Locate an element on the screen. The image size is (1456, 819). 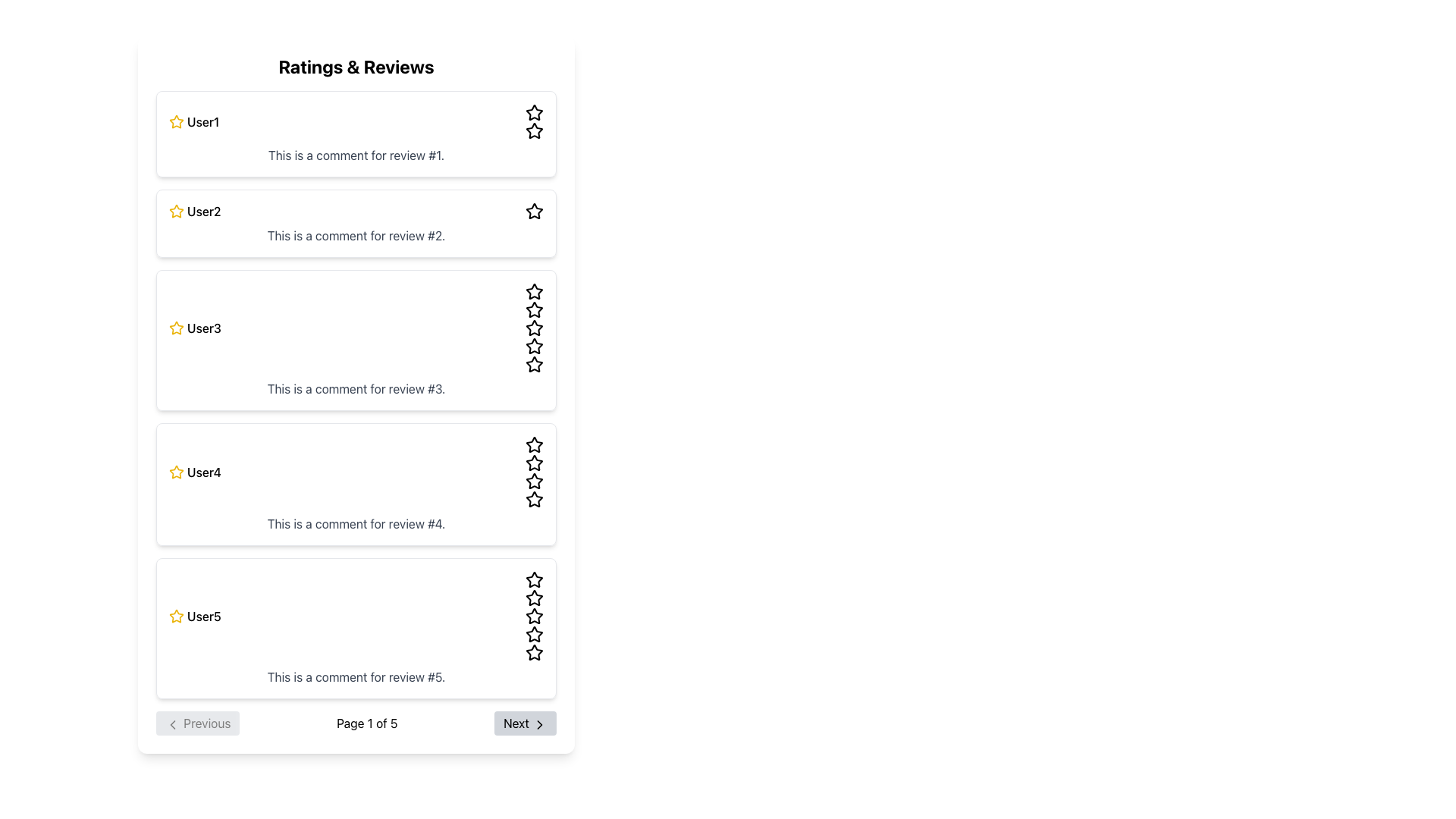
the second star icon used for rating purposes, located to the right of 'User4' in the 'Ratings & Reviews' section is located at coordinates (535, 444).